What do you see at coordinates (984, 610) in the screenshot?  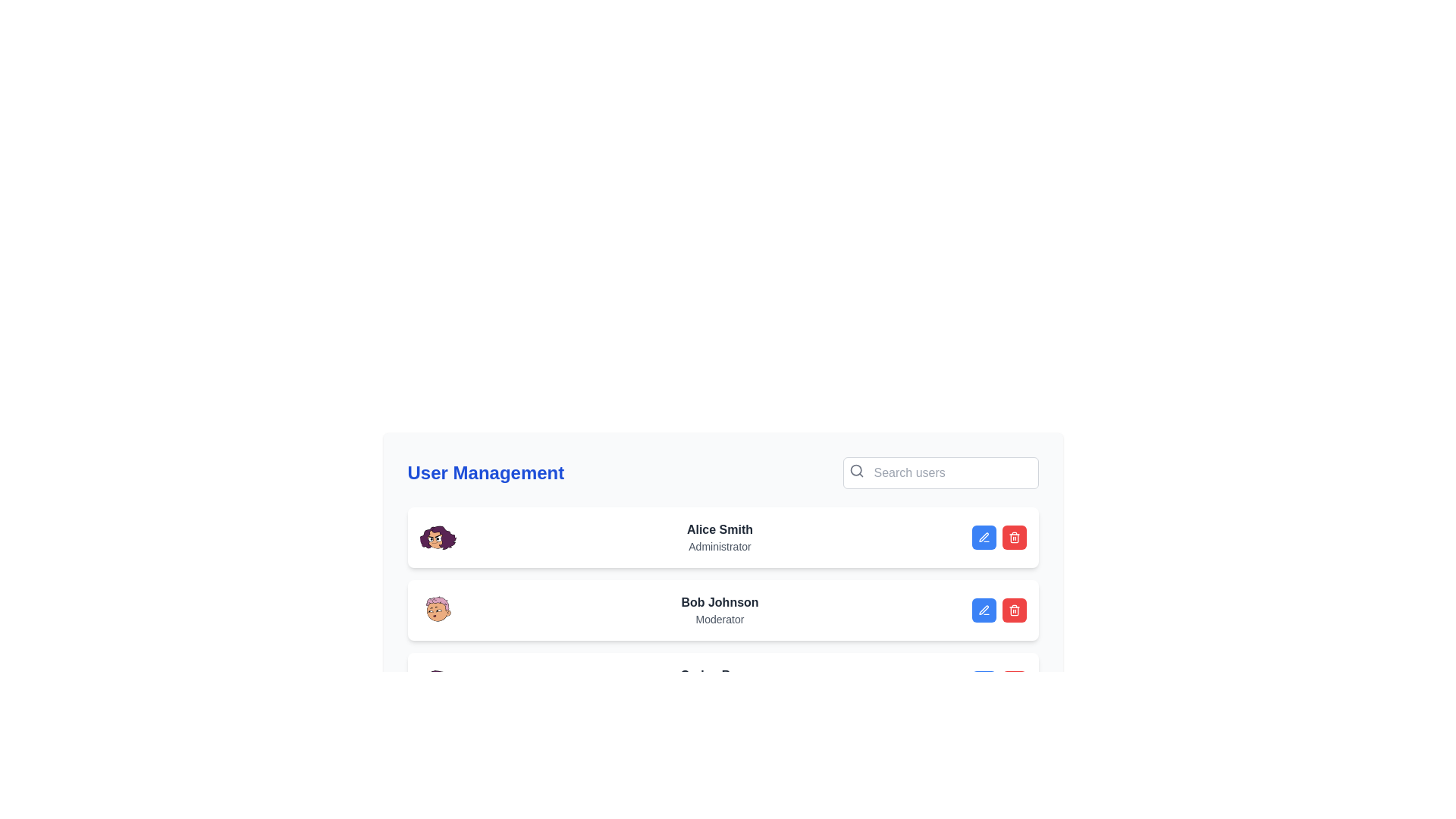 I see `the blue square button with a pen icon associated with 'Bob Johnson, Moderator'` at bounding box center [984, 610].